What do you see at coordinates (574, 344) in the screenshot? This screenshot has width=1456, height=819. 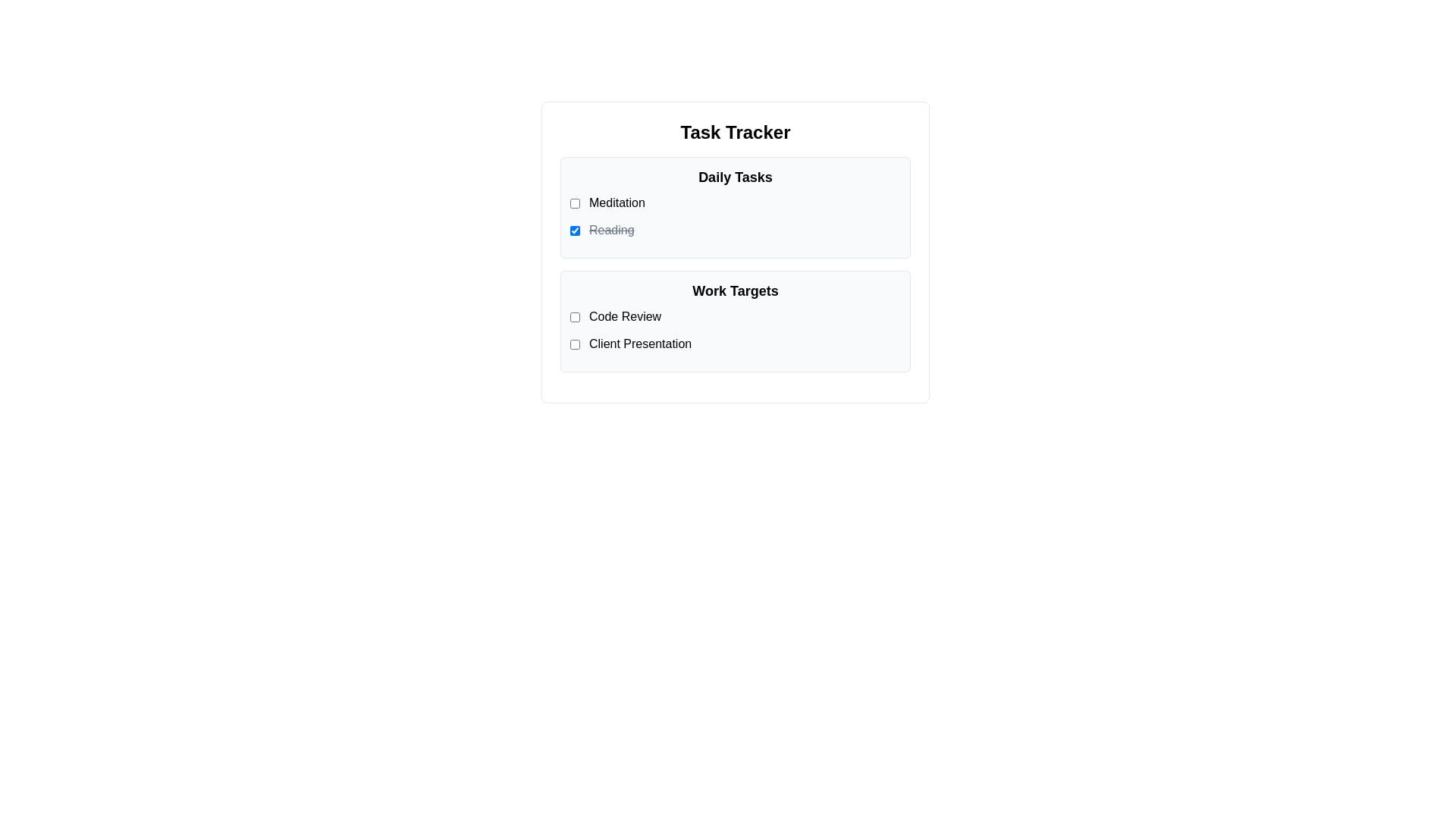 I see `the checkbox for the task 'Client Presentation'` at bounding box center [574, 344].